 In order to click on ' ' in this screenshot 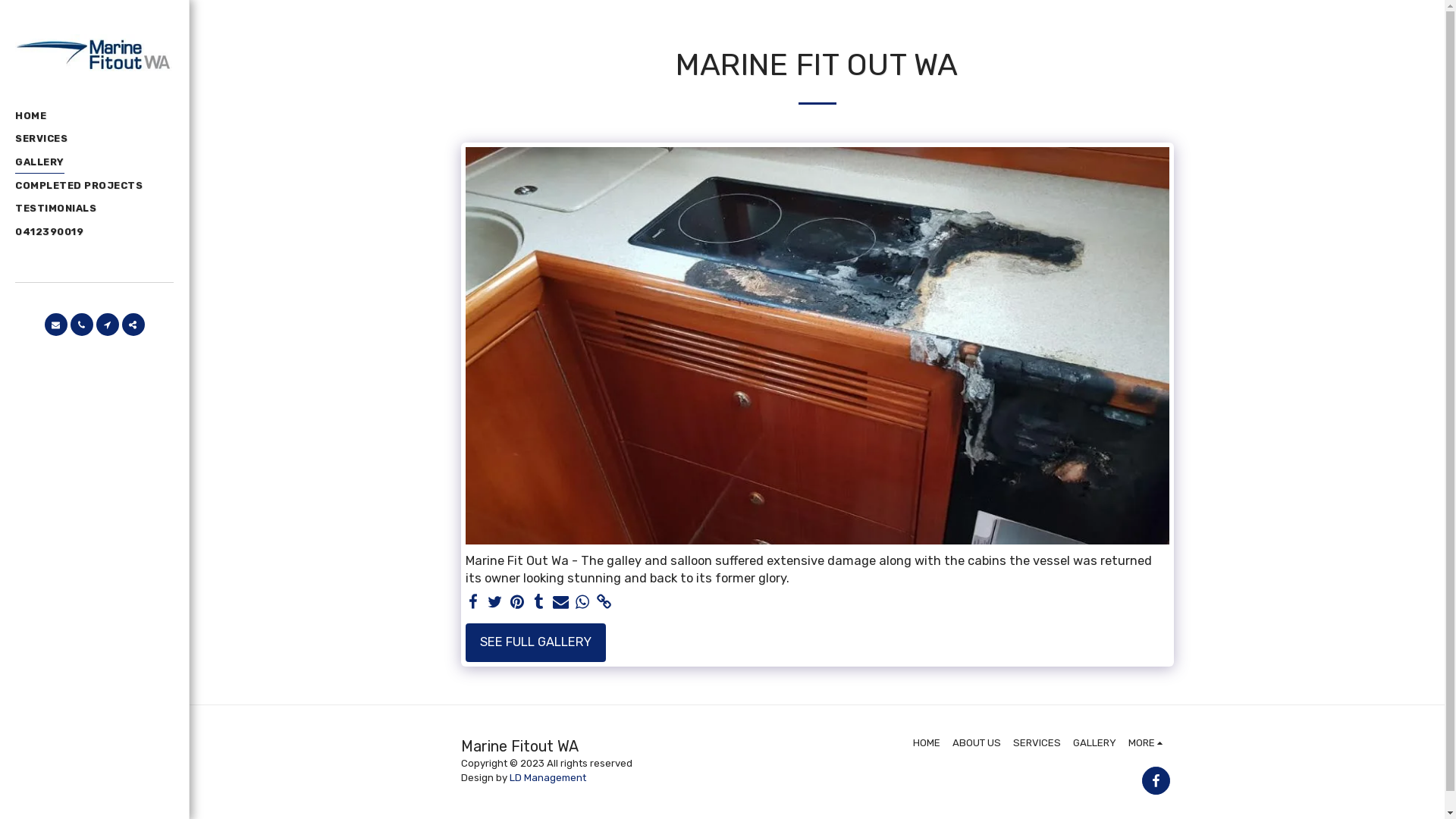, I will do `click(105, 324)`.